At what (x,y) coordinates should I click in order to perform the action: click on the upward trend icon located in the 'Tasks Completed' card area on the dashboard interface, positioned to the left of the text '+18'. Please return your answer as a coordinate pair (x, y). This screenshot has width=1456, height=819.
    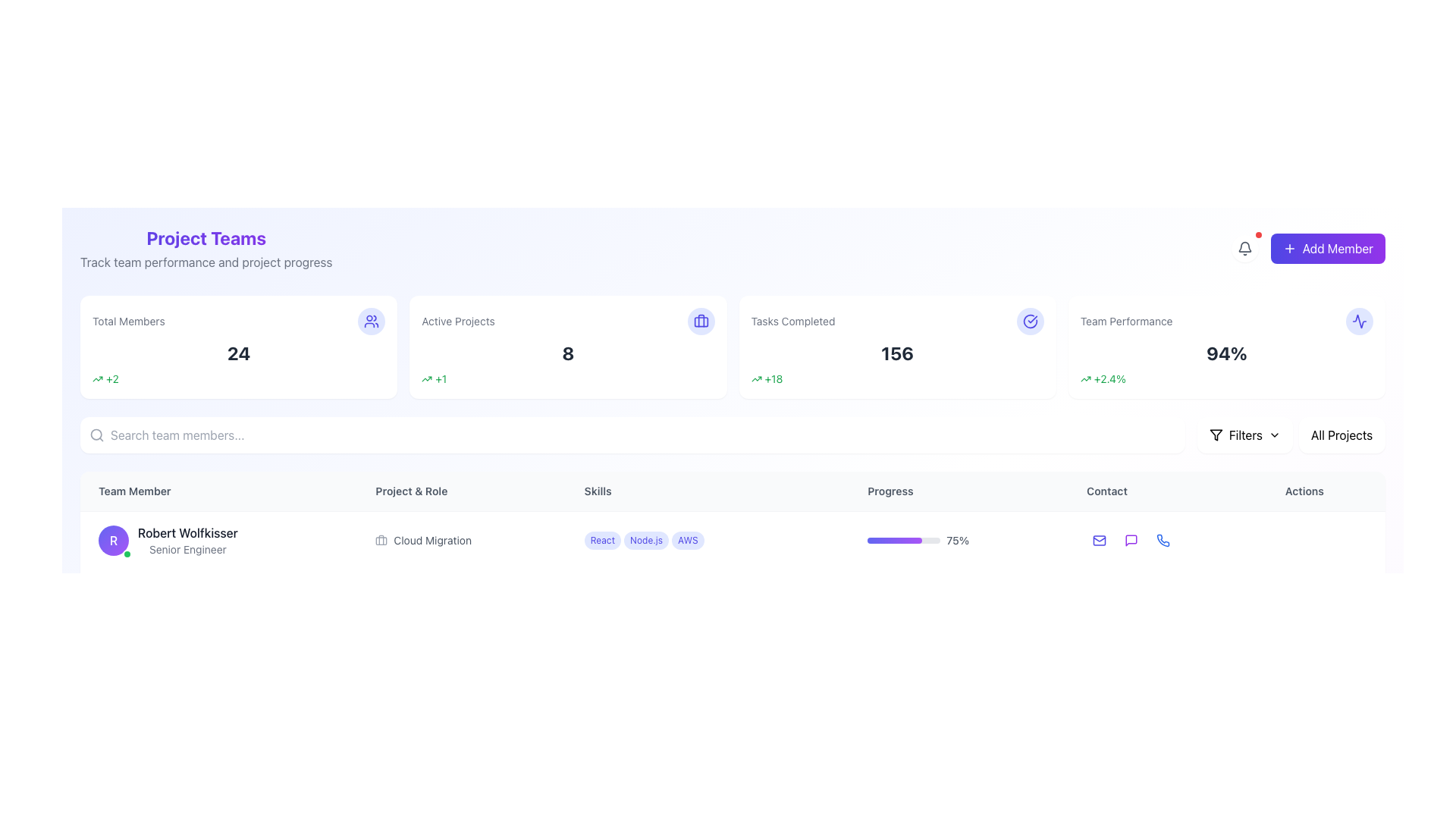
    Looking at the image, I should click on (756, 378).